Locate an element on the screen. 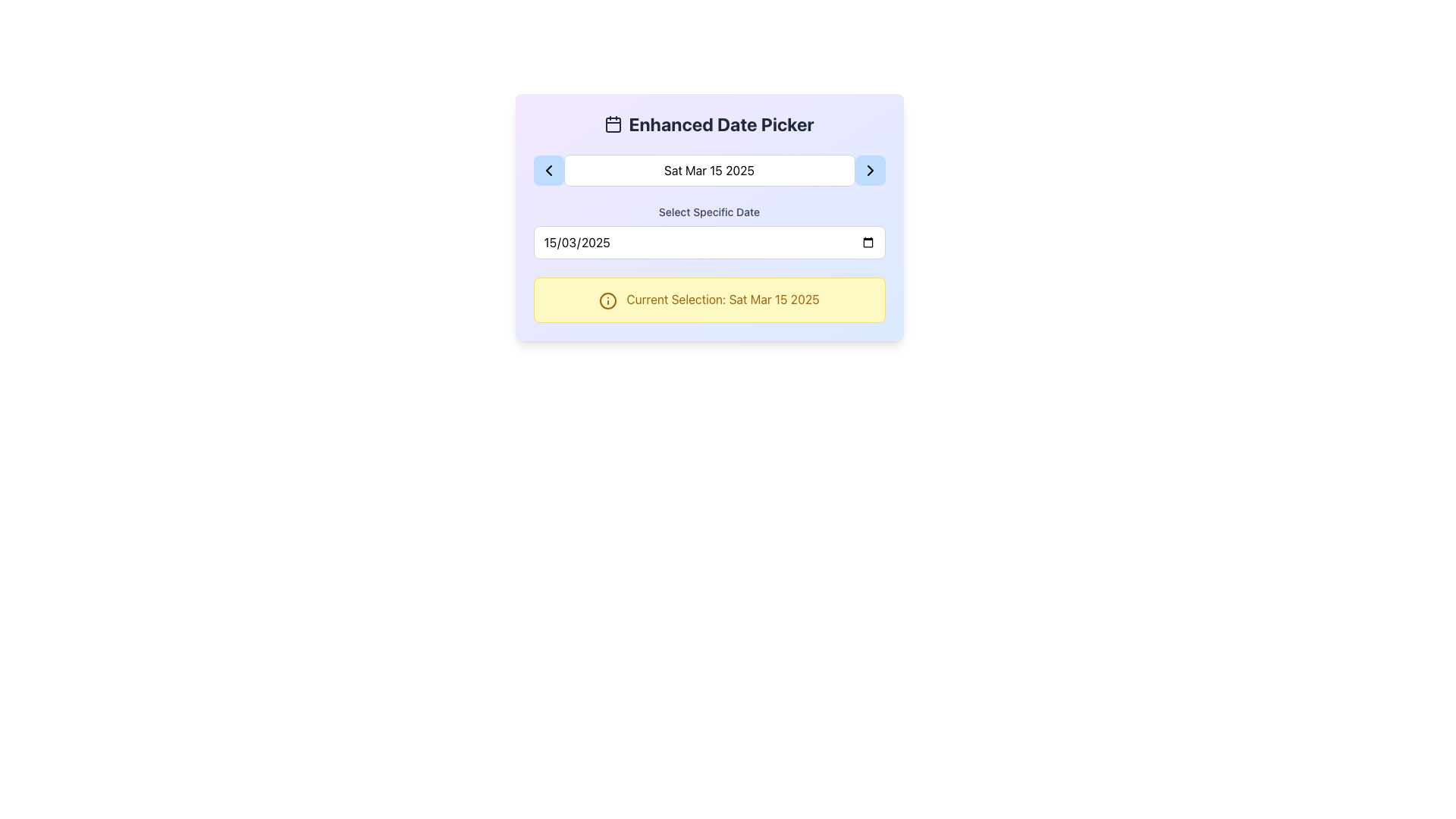 The image size is (1456, 819). the central rectangular component of the calendar icon, which has rounded corners and serves as the background of the icon, located beside the 'Enhanced Date Picker' label is located at coordinates (613, 124).